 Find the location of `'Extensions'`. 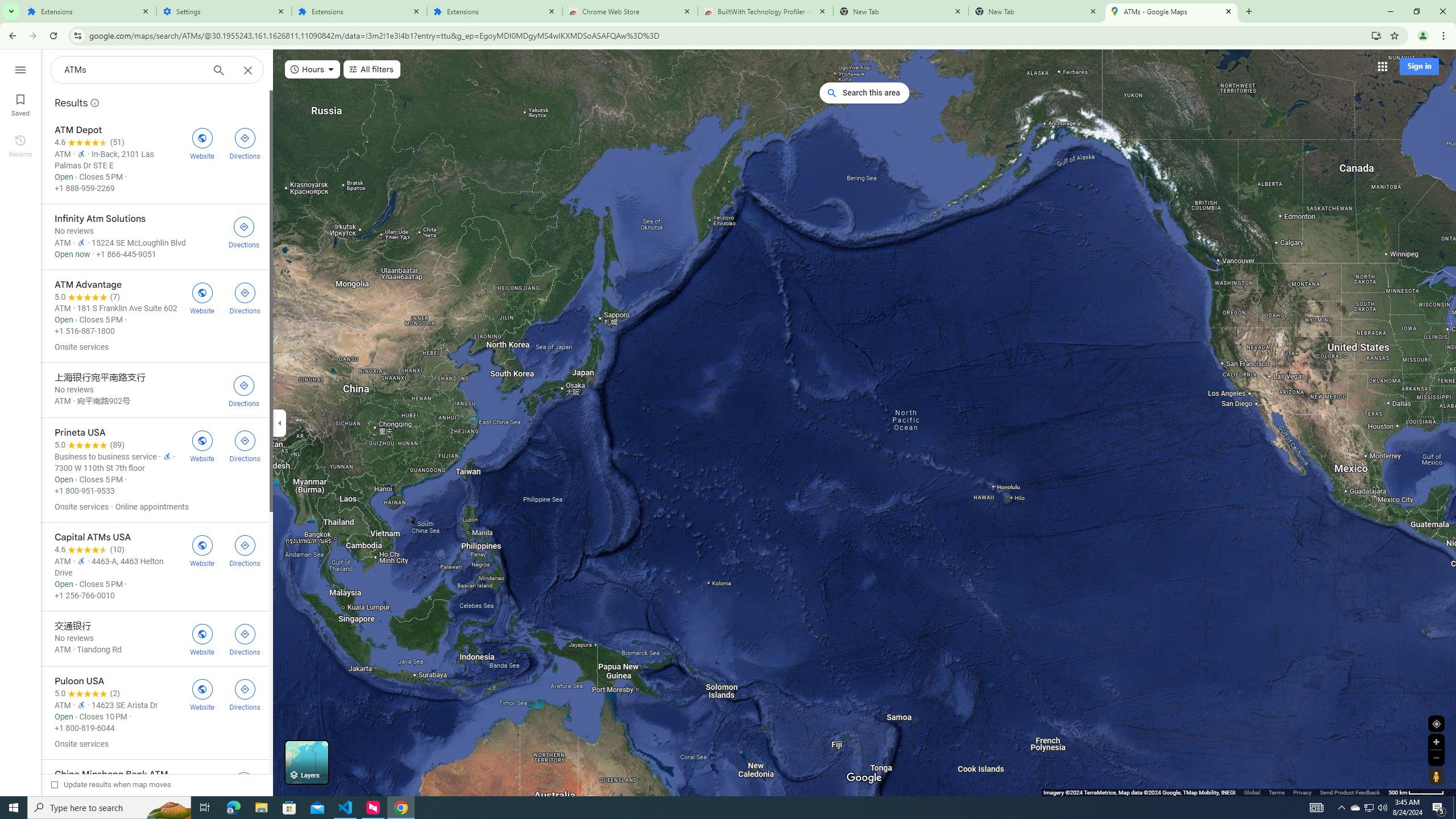

'Extensions' is located at coordinates (359, 11).